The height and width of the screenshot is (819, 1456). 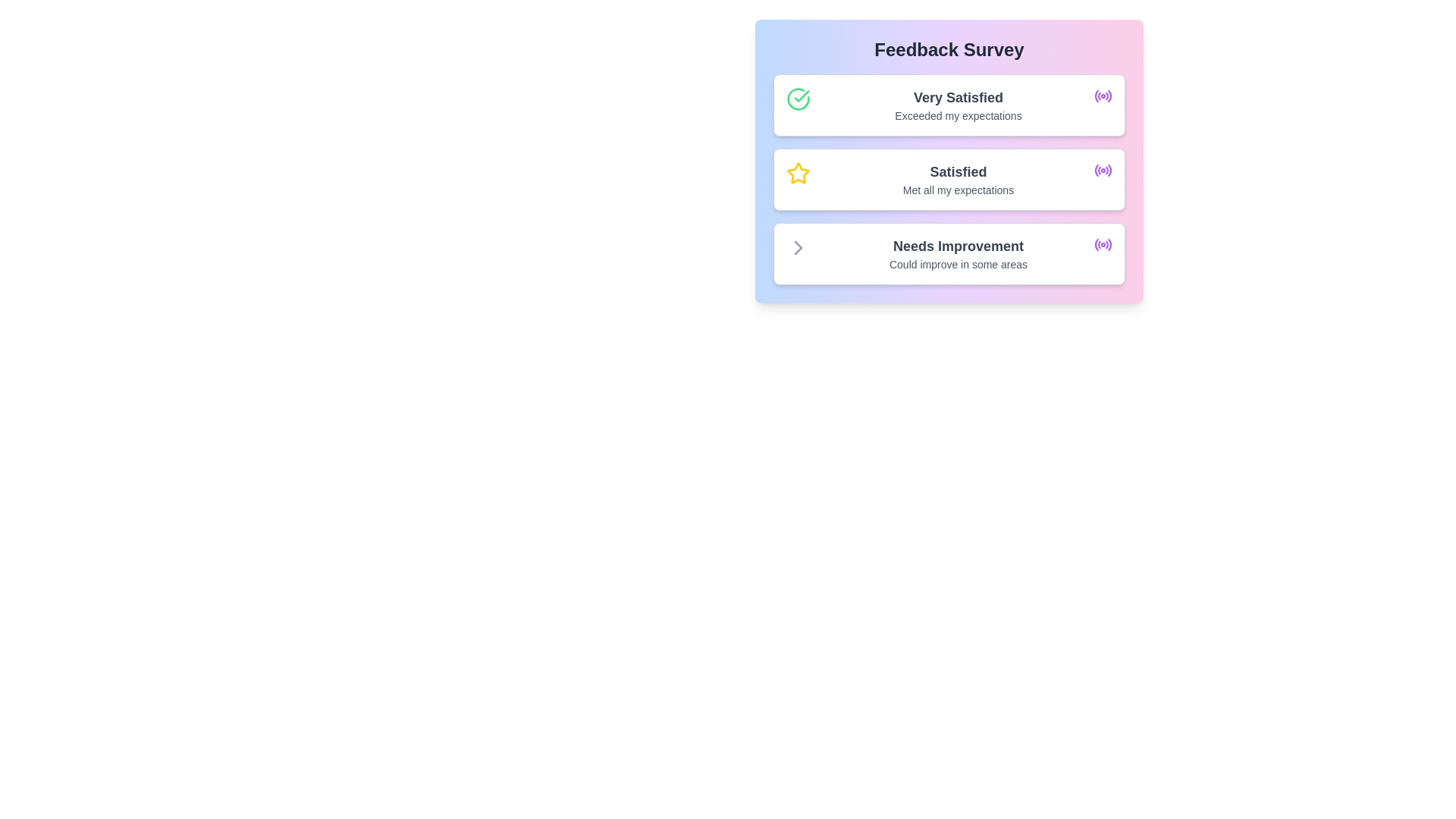 I want to click on the static text label displaying 'Met all my expectations', which is located below the 'Satisfied' label in the feedback rating section, so click(x=957, y=189).